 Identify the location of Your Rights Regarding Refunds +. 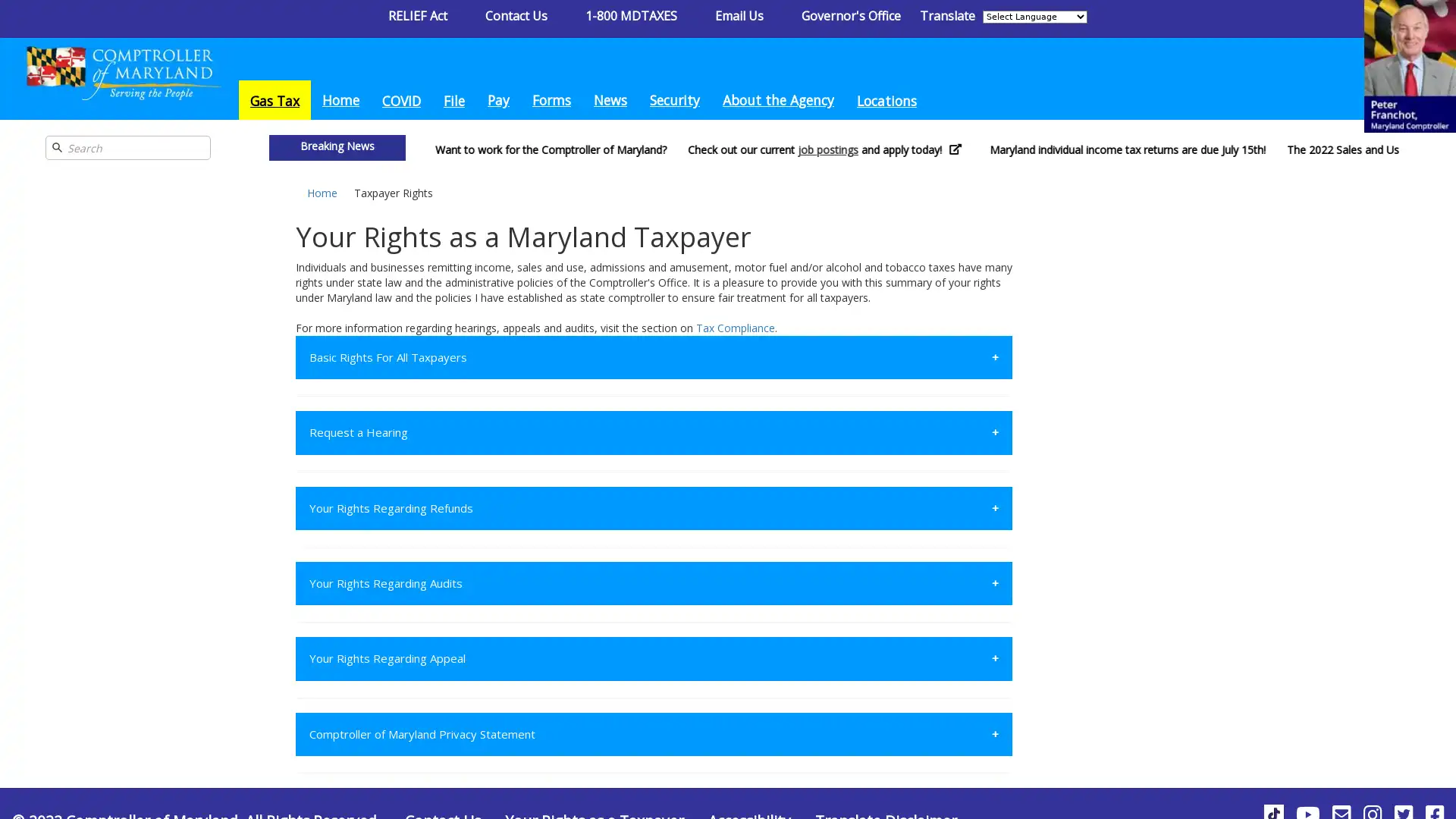
(654, 508).